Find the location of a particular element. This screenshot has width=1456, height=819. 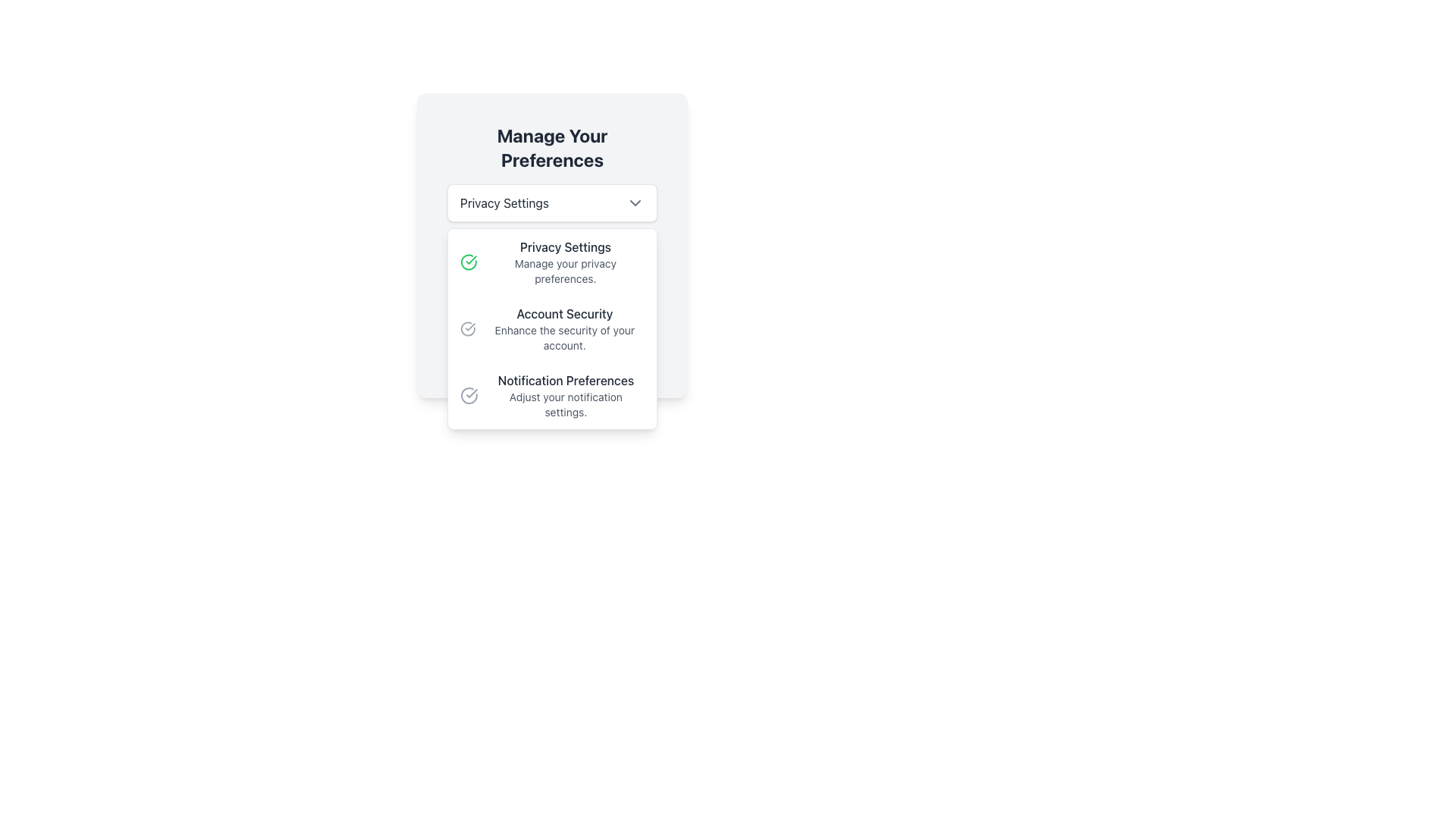

the text label that provides additional descriptive information under 'Notification Preferences' in the dropdown menu is located at coordinates (565, 403).